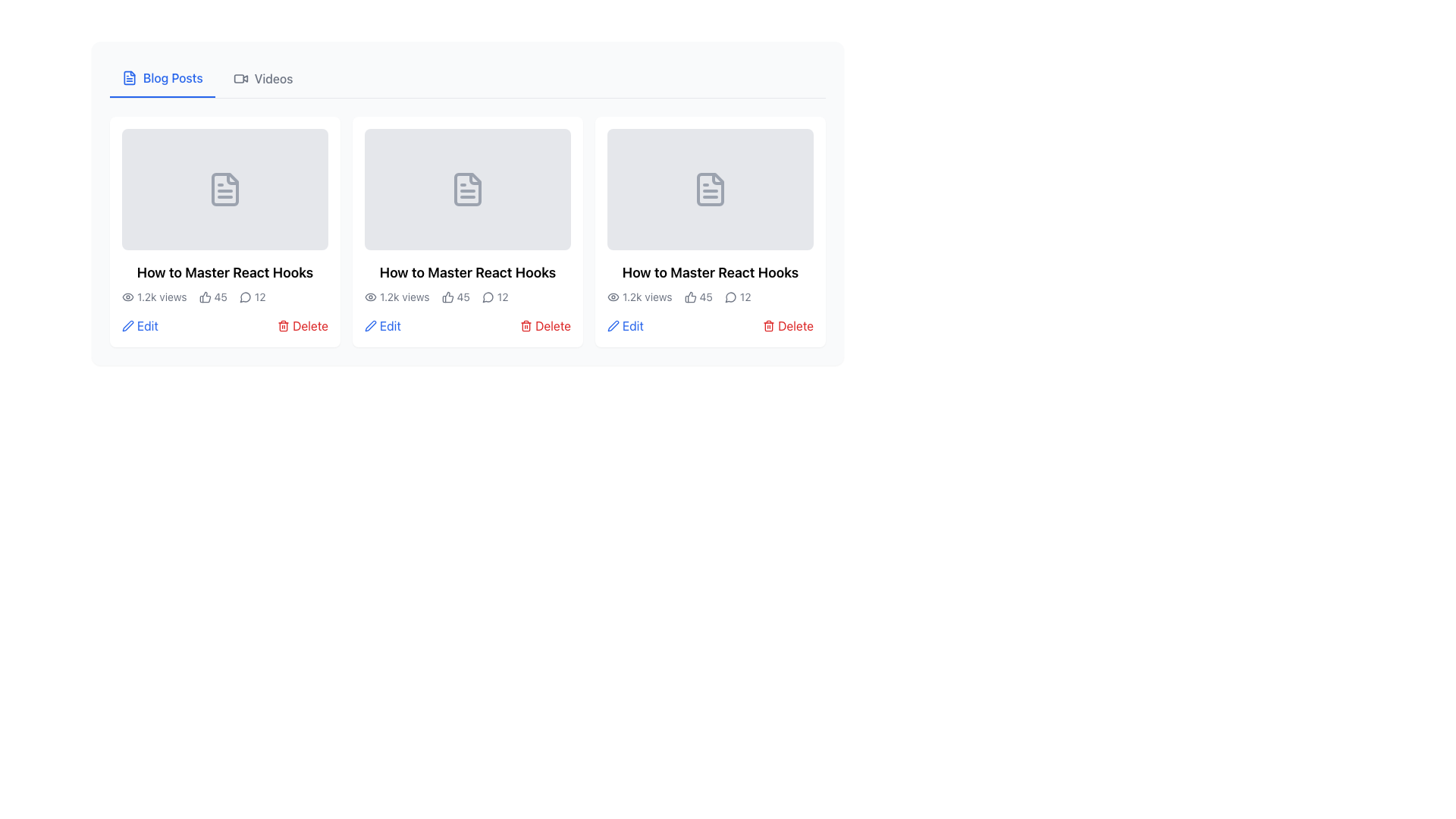 This screenshot has height=819, width=1456. I want to click on the second tab in the navigation bar that leads to the videos section when navigated via keyboard, so click(263, 79).